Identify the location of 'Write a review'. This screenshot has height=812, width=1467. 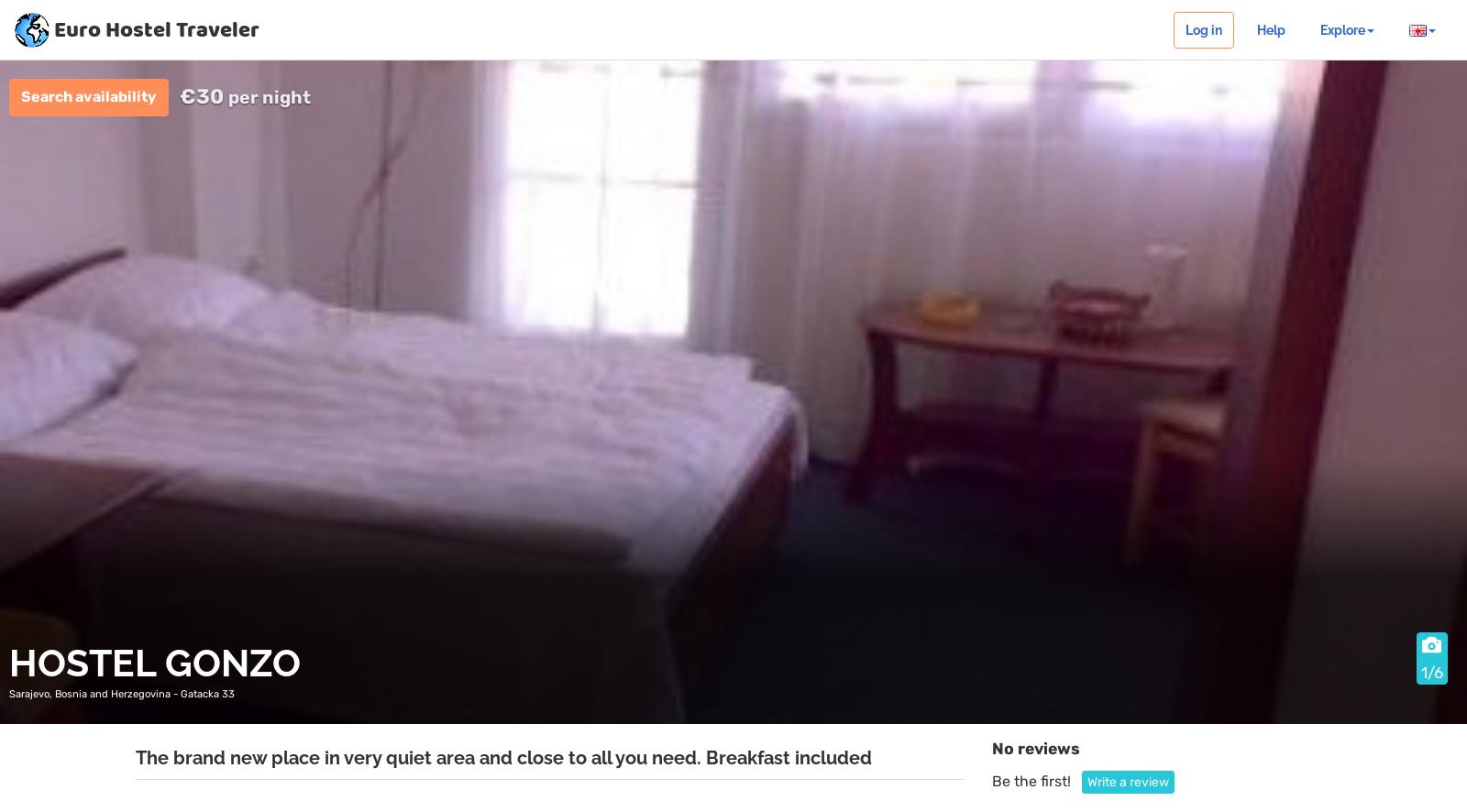
(1086, 780).